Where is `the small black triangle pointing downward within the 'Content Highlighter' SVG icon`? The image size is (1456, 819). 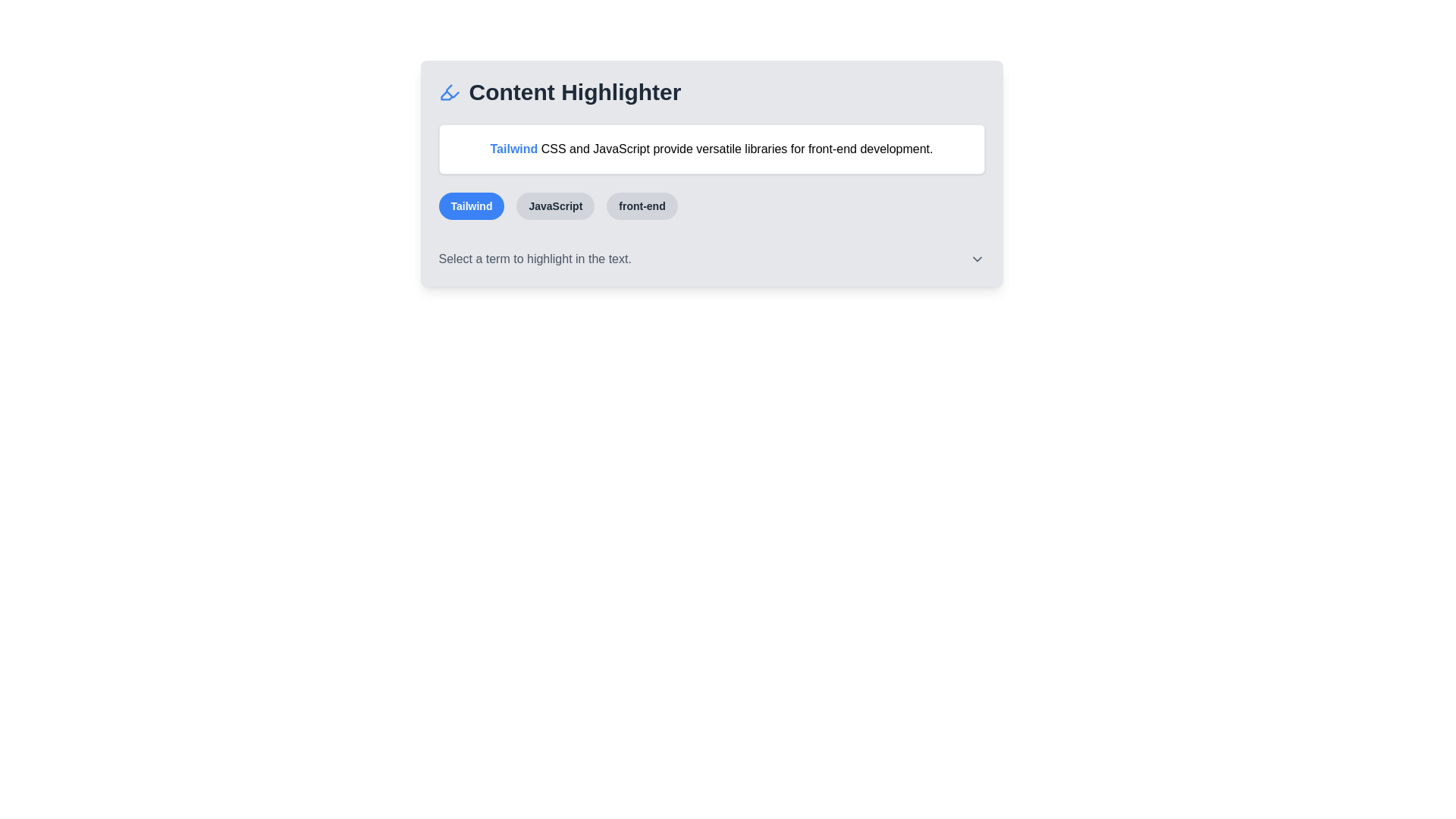 the small black triangle pointing downward within the 'Content Highlighter' SVG icon is located at coordinates (446, 96).